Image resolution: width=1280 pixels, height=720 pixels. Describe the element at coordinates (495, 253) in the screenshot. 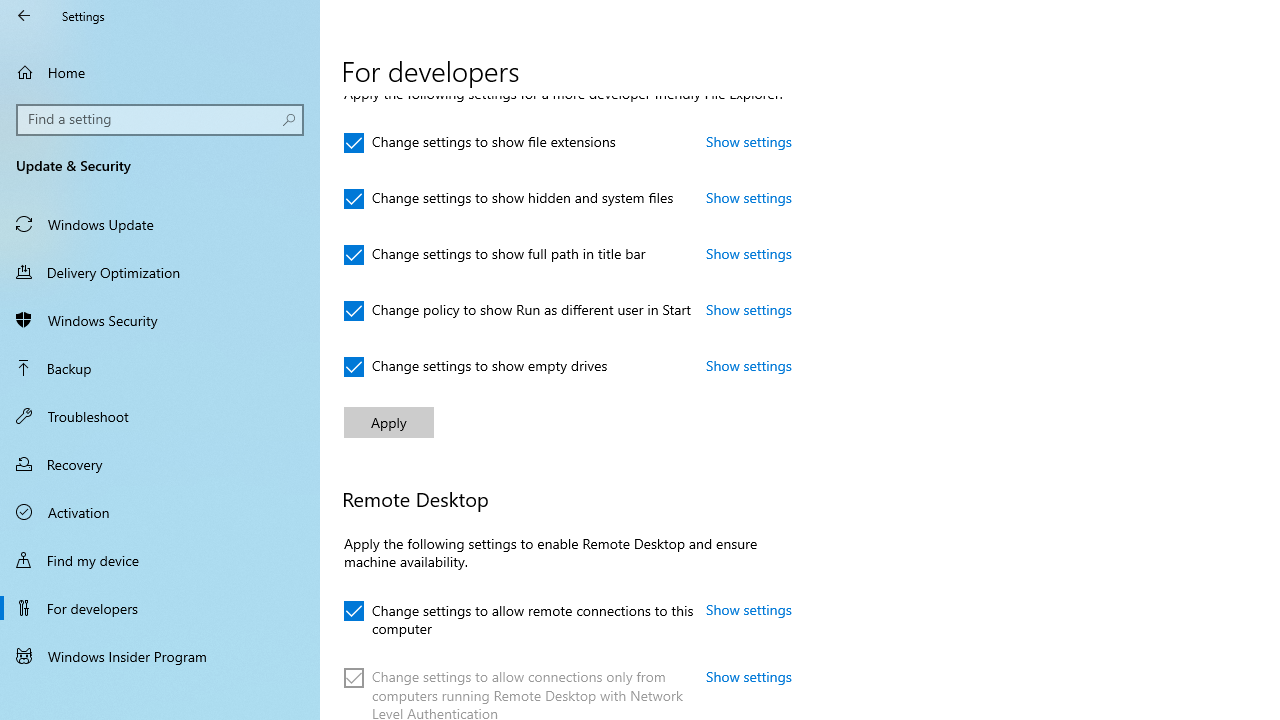

I see `'Change settings to show full path in title bar'` at that location.